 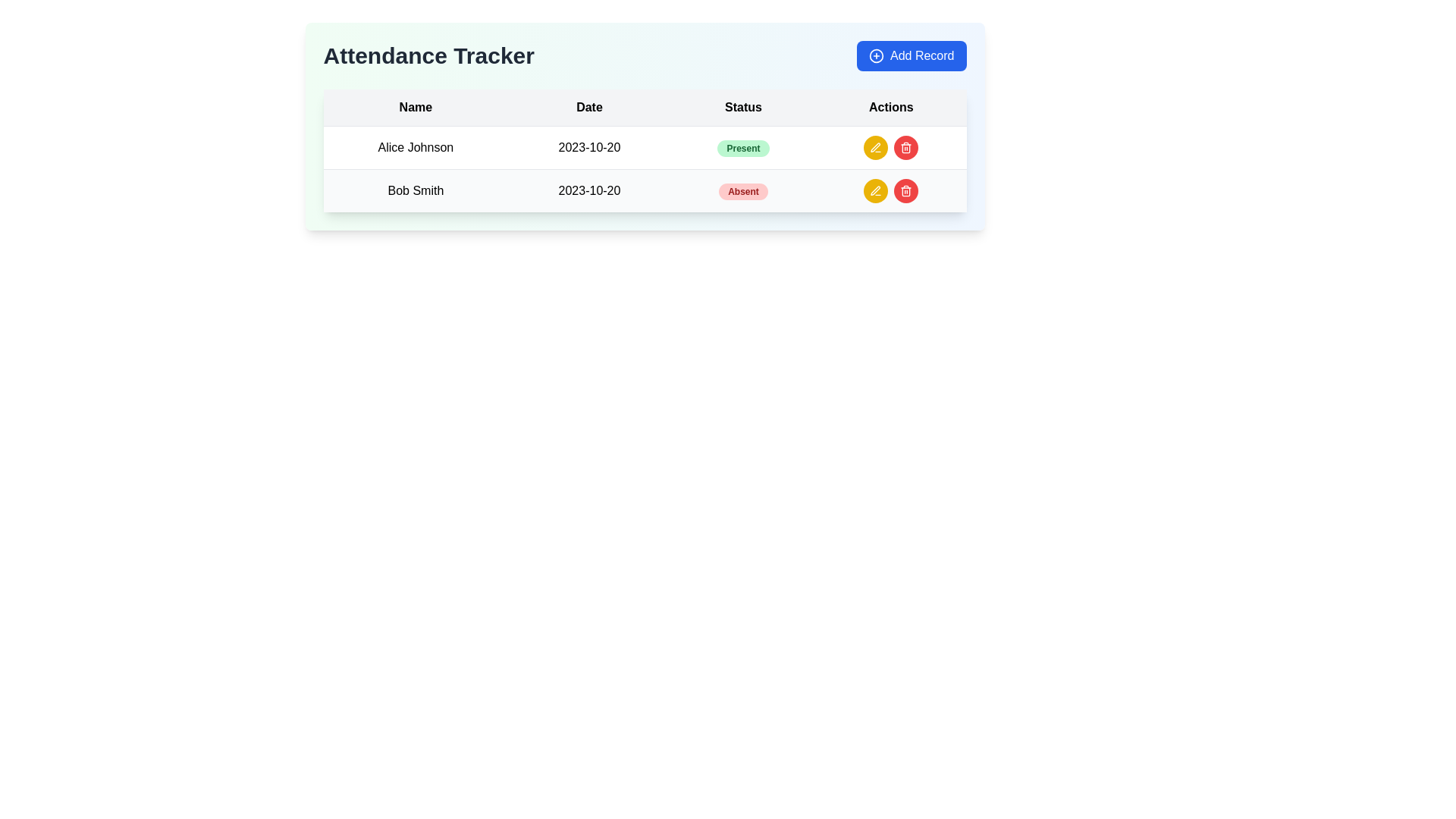 I want to click on the data in the first data row of the attendance table, which includes the person's name, attendance date, and status, so click(x=645, y=148).